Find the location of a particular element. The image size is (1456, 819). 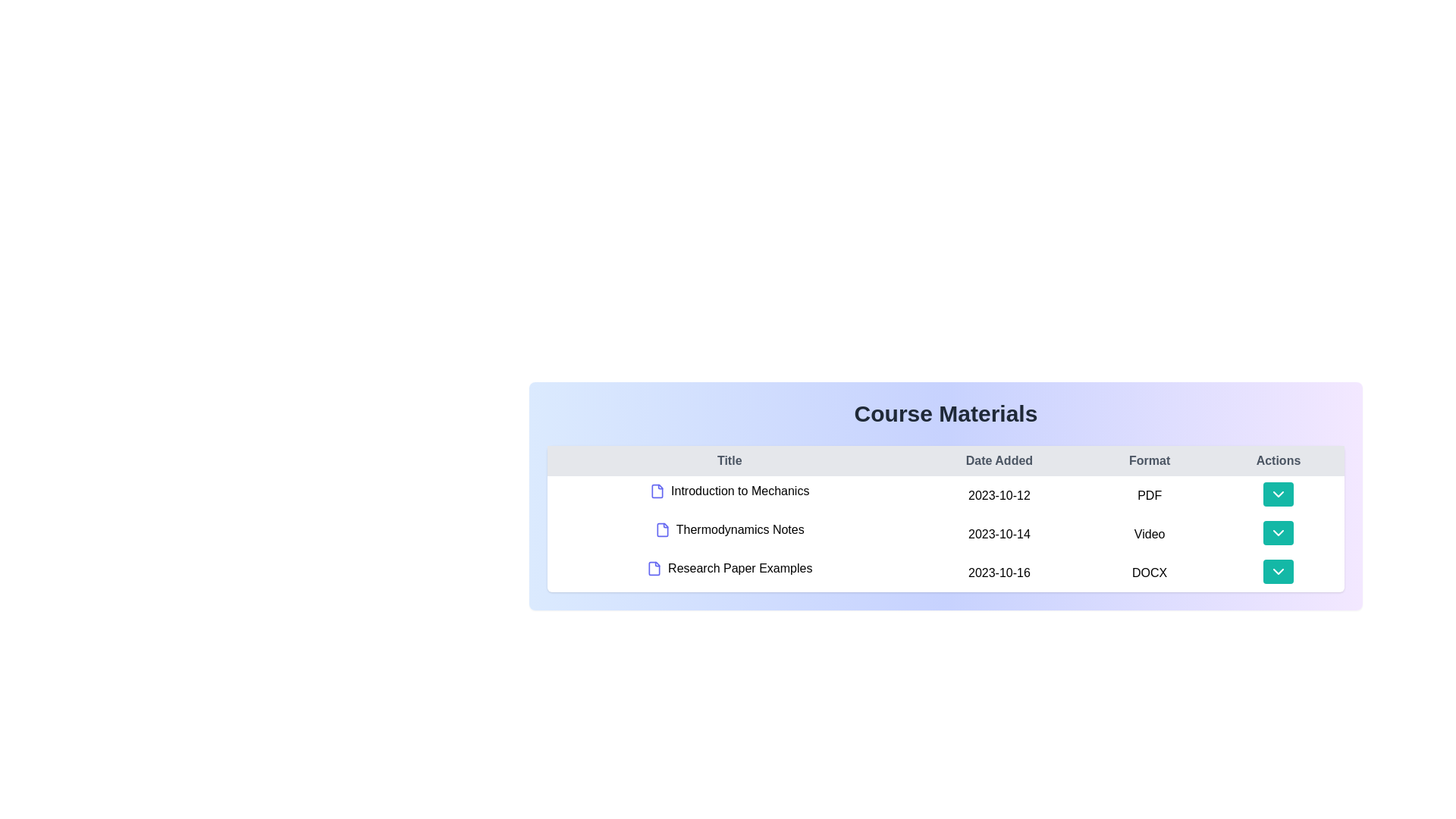

the icon in the second row under the 'Title' column is located at coordinates (662, 529).